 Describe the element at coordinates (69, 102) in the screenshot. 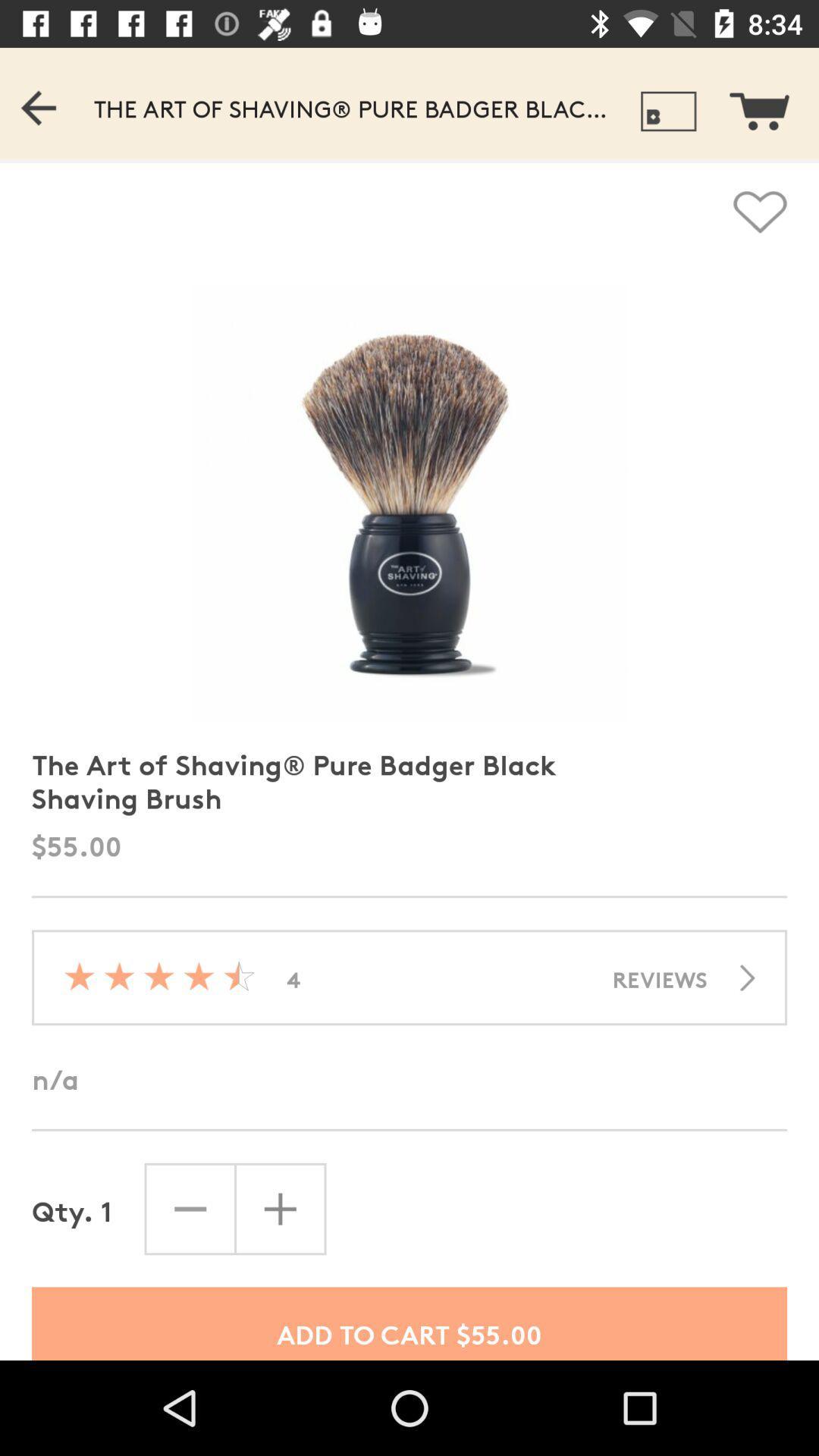

I see `go back` at that location.